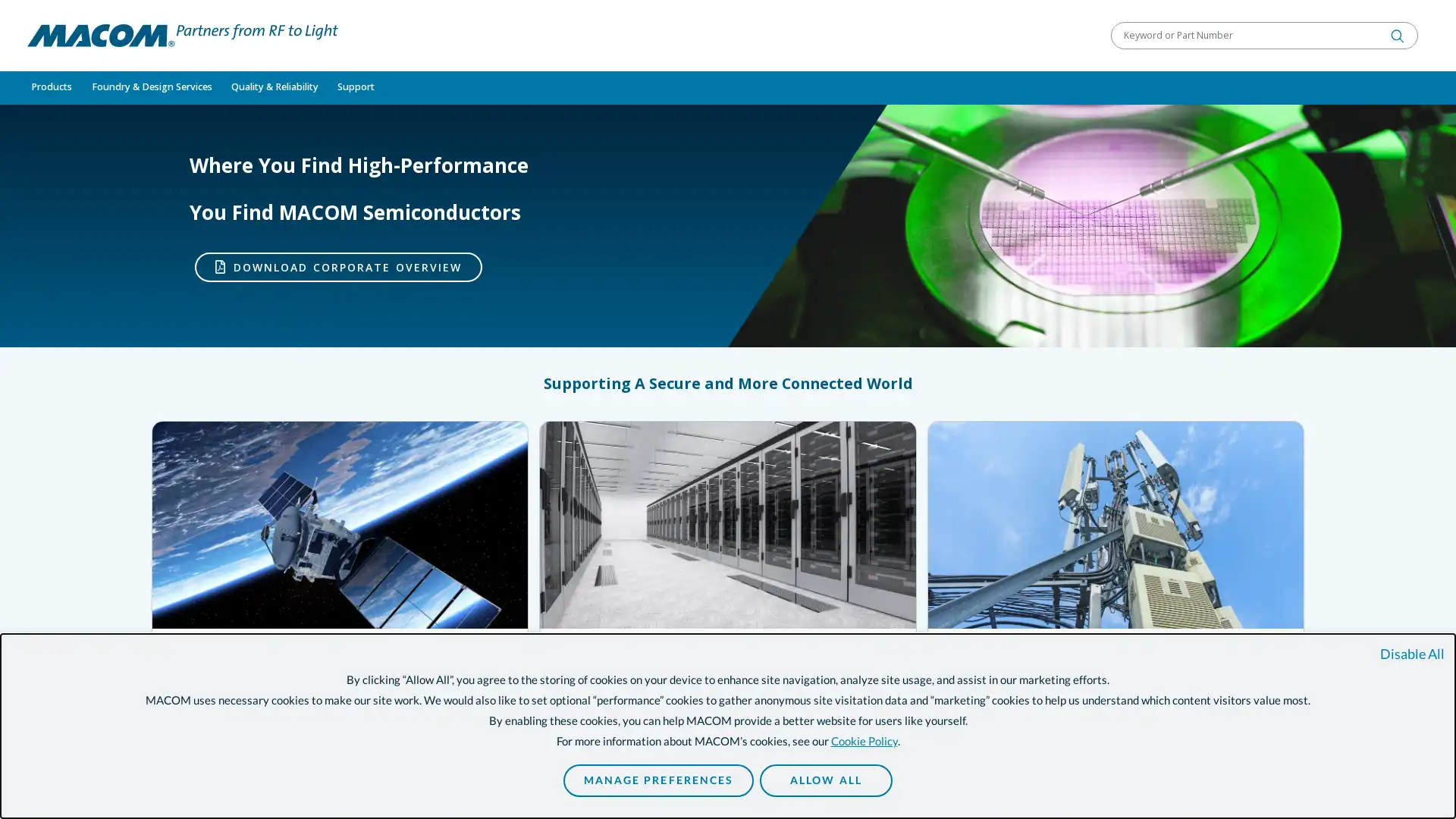  Describe the element at coordinates (1410, 653) in the screenshot. I see `Disable All` at that location.